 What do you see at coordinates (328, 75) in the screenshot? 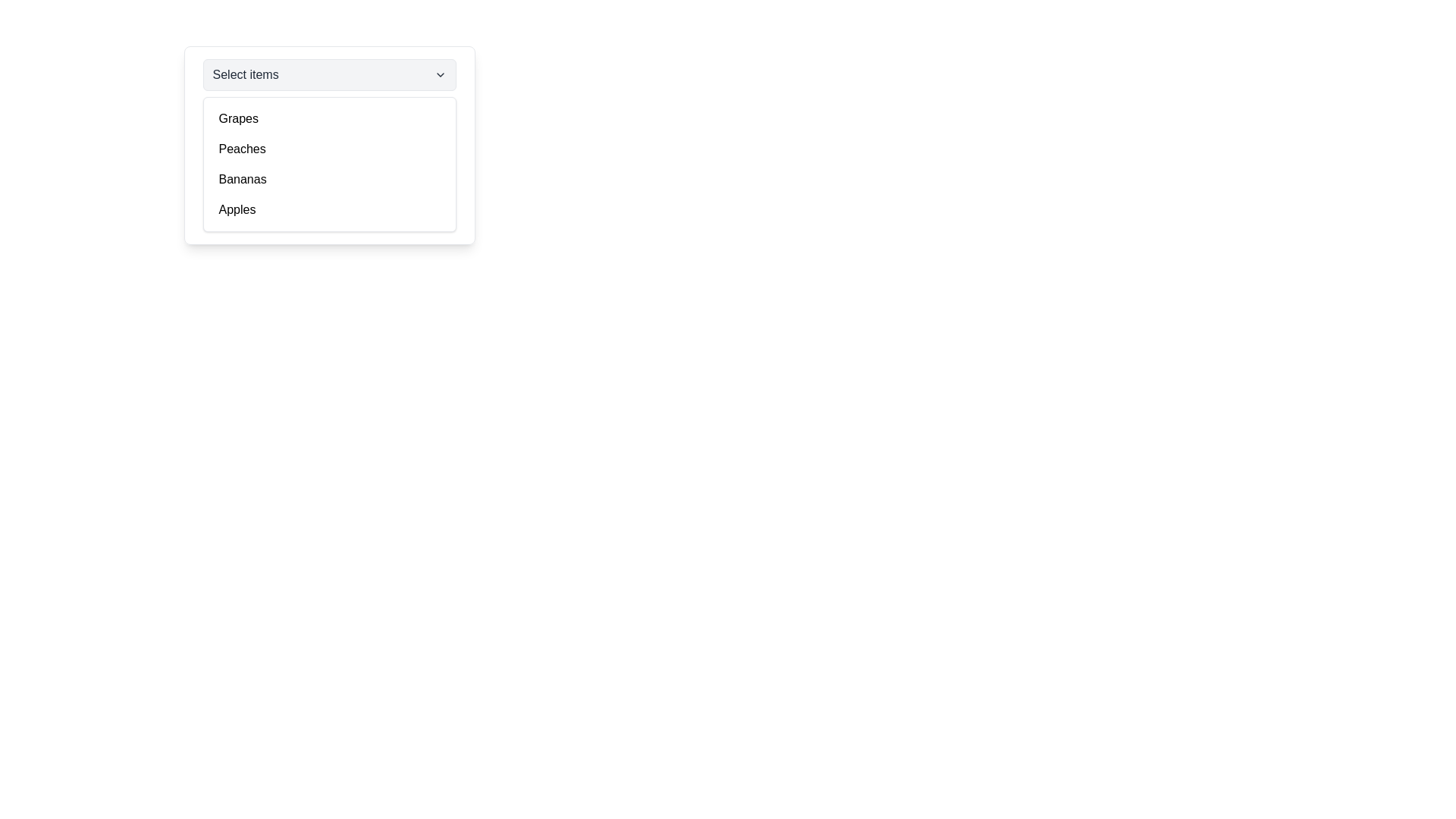
I see `the 'Select items' dropdown trigger button for accessibility navigation` at bounding box center [328, 75].